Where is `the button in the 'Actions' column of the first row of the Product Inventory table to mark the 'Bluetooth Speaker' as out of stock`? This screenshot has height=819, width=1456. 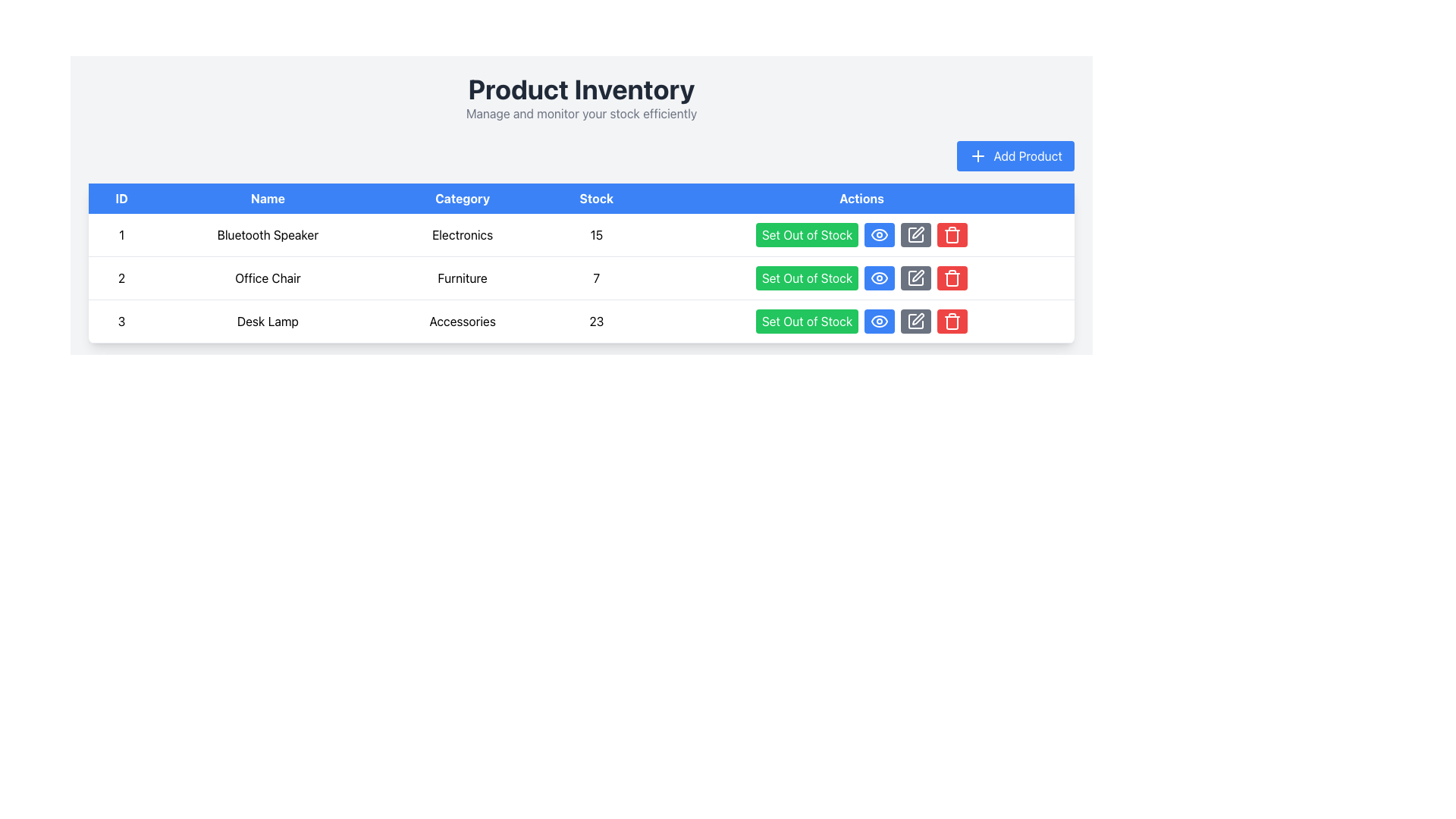
the button in the 'Actions' column of the first row of the Product Inventory table to mark the 'Bluetooth Speaker' as out of stock is located at coordinates (861, 234).